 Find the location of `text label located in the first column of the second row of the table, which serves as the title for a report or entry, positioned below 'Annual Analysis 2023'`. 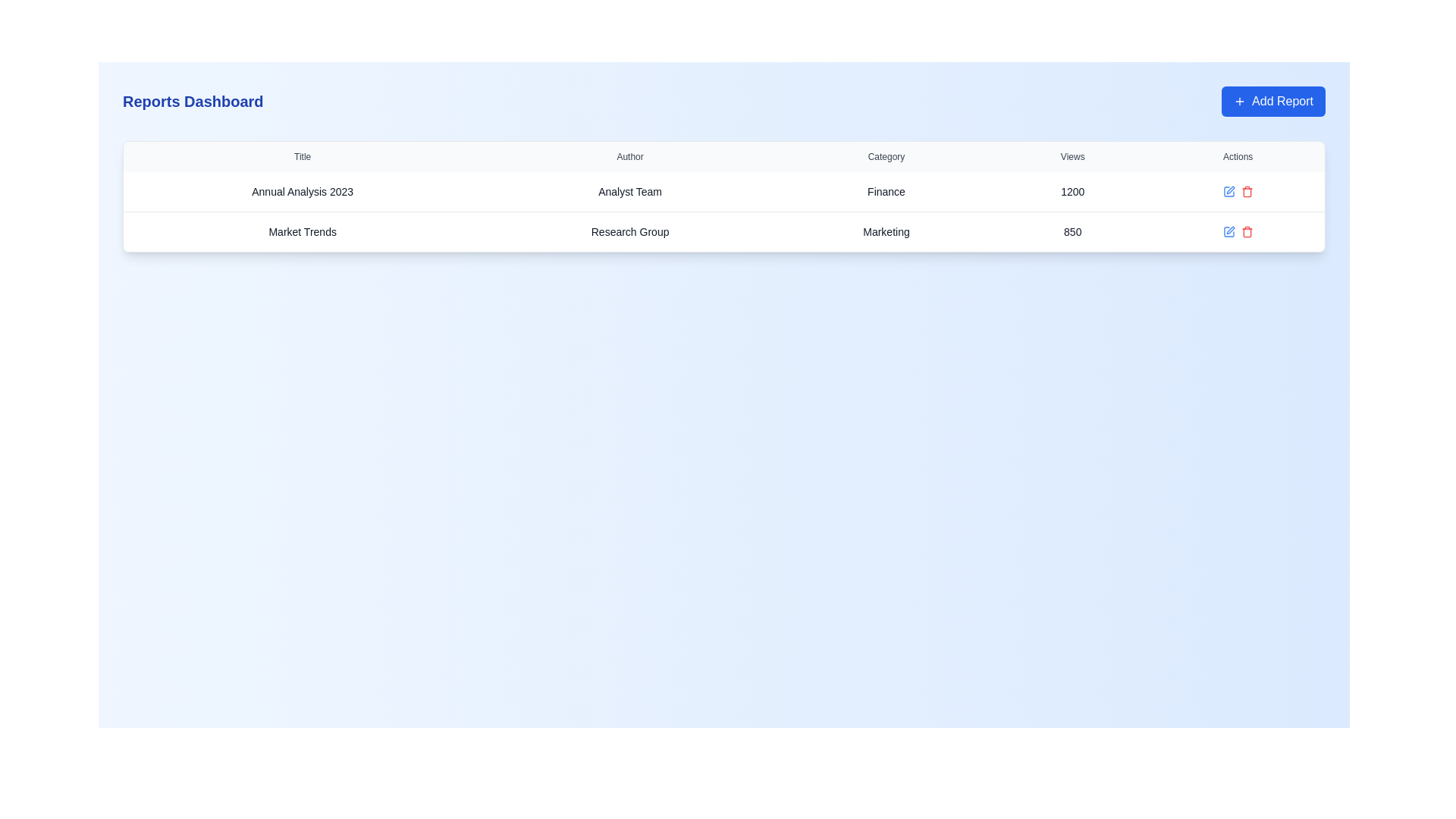

text label located in the first column of the second row of the table, which serves as the title for a report or entry, positioned below 'Annual Analysis 2023' is located at coordinates (303, 231).